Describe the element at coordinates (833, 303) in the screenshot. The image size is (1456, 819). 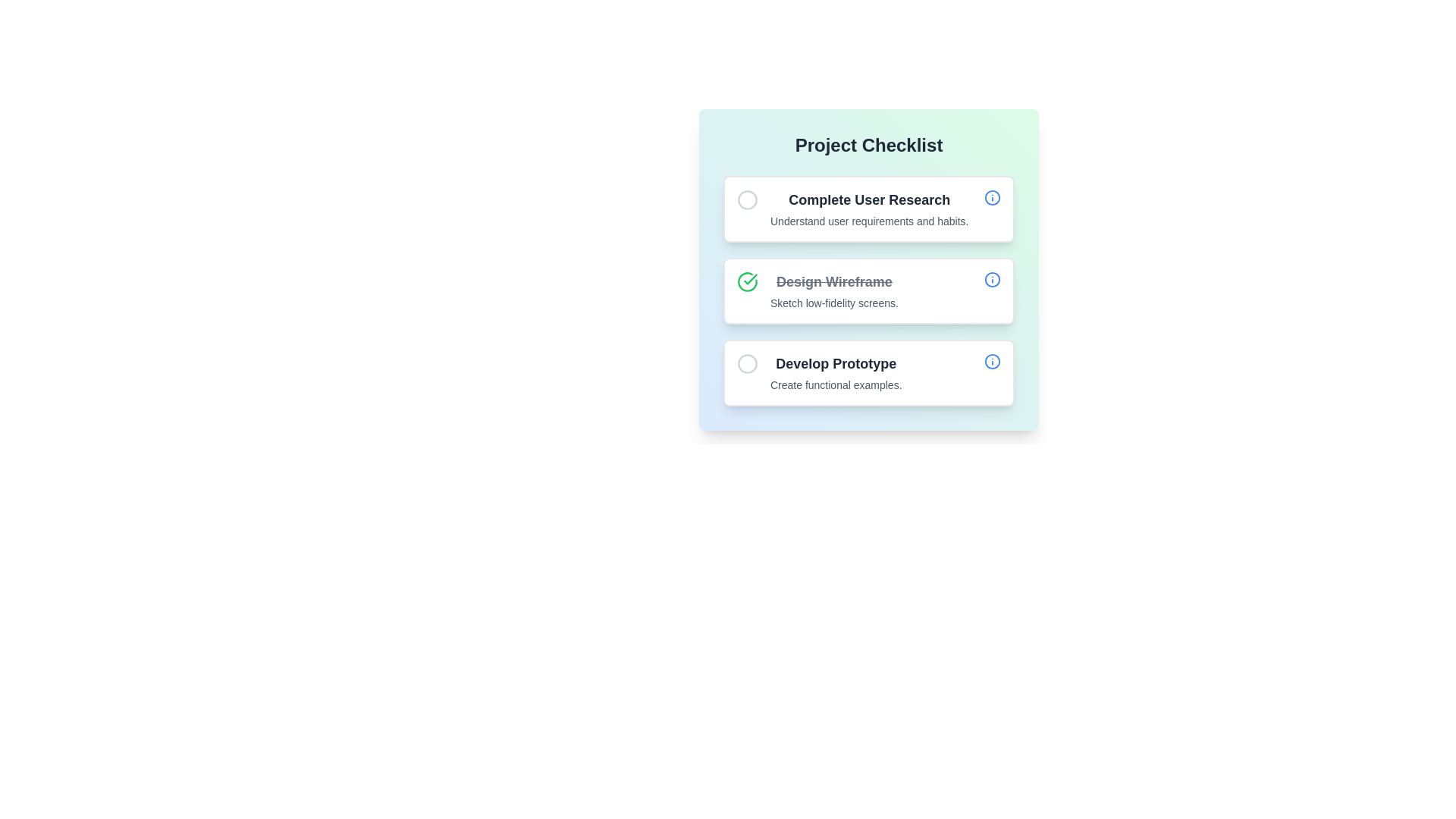
I see `the static text that provides descriptive information for the checklist item related to 'Design Wireframe', located beneath the 'Design Wireframe' label in the second checklist item of the 'Project Checklist' card` at that location.